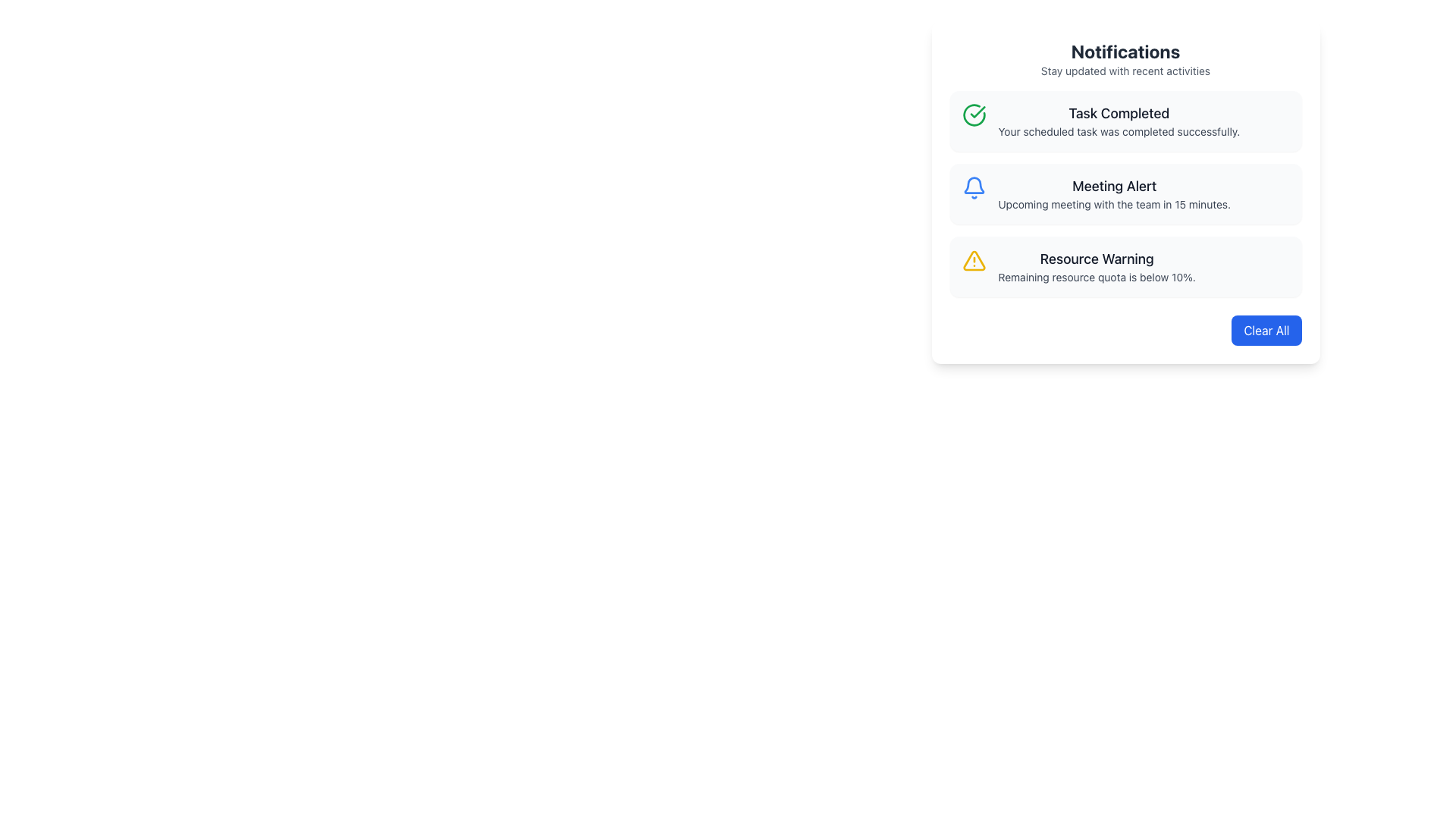 This screenshot has height=819, width=1456. What do you see at coordinates (1097, 265) in the screenshot?
I see `contents of the notification labeled 'Resource Warning', which indicates that the remaining resource quota is below 10%` at bounding box center [1097, 265].